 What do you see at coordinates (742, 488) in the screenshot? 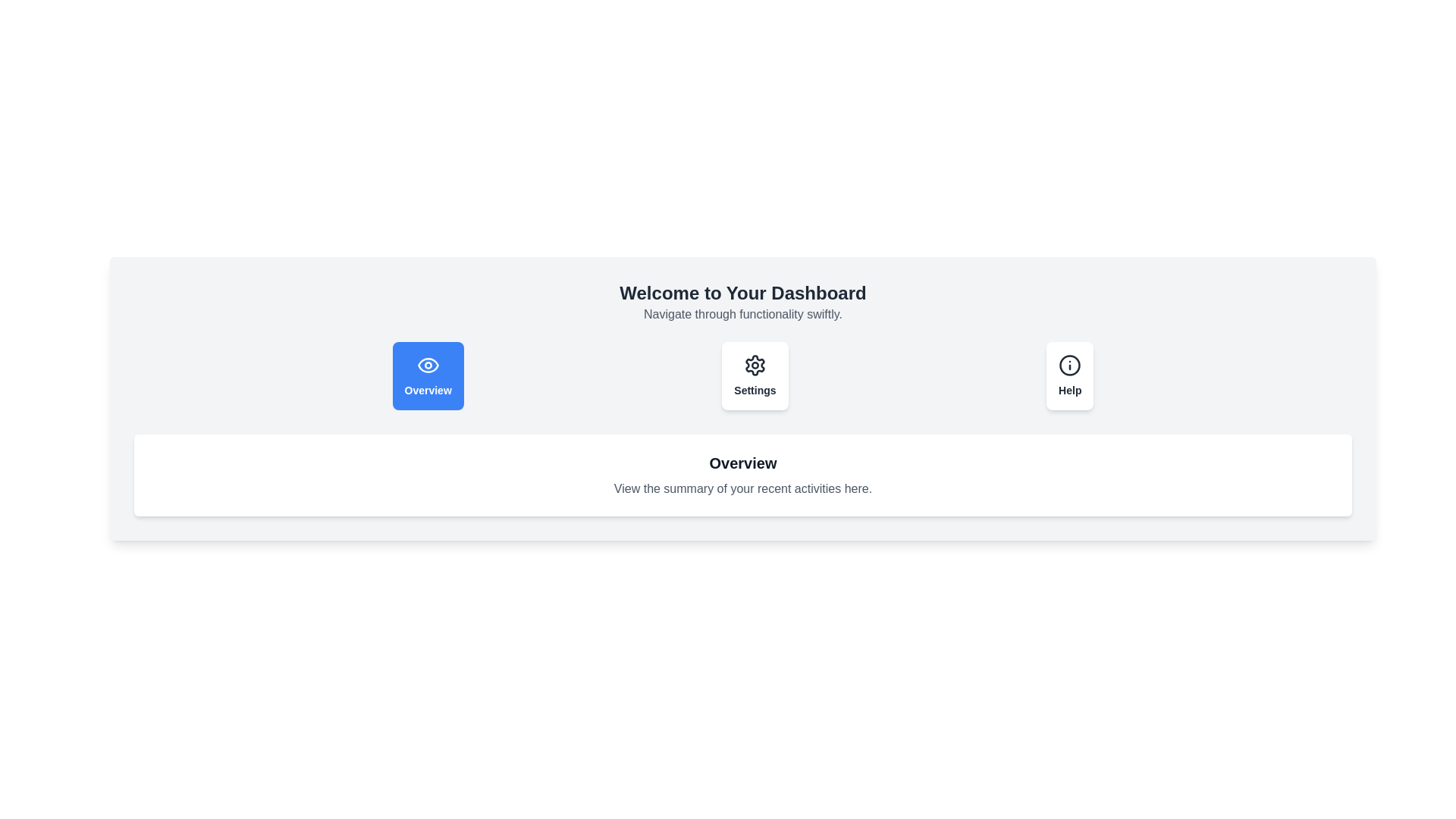
I see `the Text label located underneath the 'Overview' title, which is part of a panel with a white background and rounded corners` at bounding box center [742, 488].